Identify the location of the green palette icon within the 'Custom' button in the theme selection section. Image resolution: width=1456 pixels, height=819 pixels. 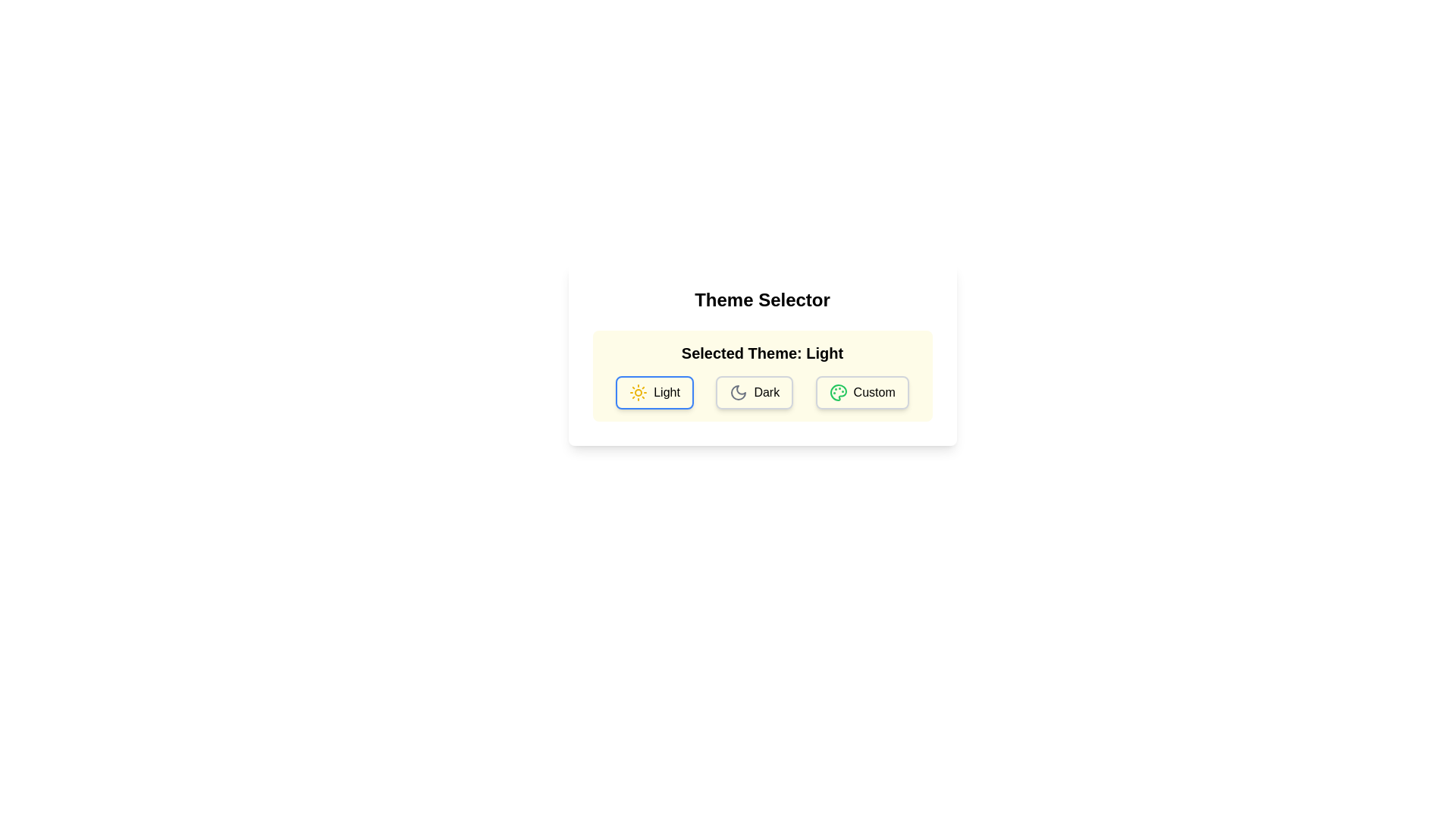
(837, 391).